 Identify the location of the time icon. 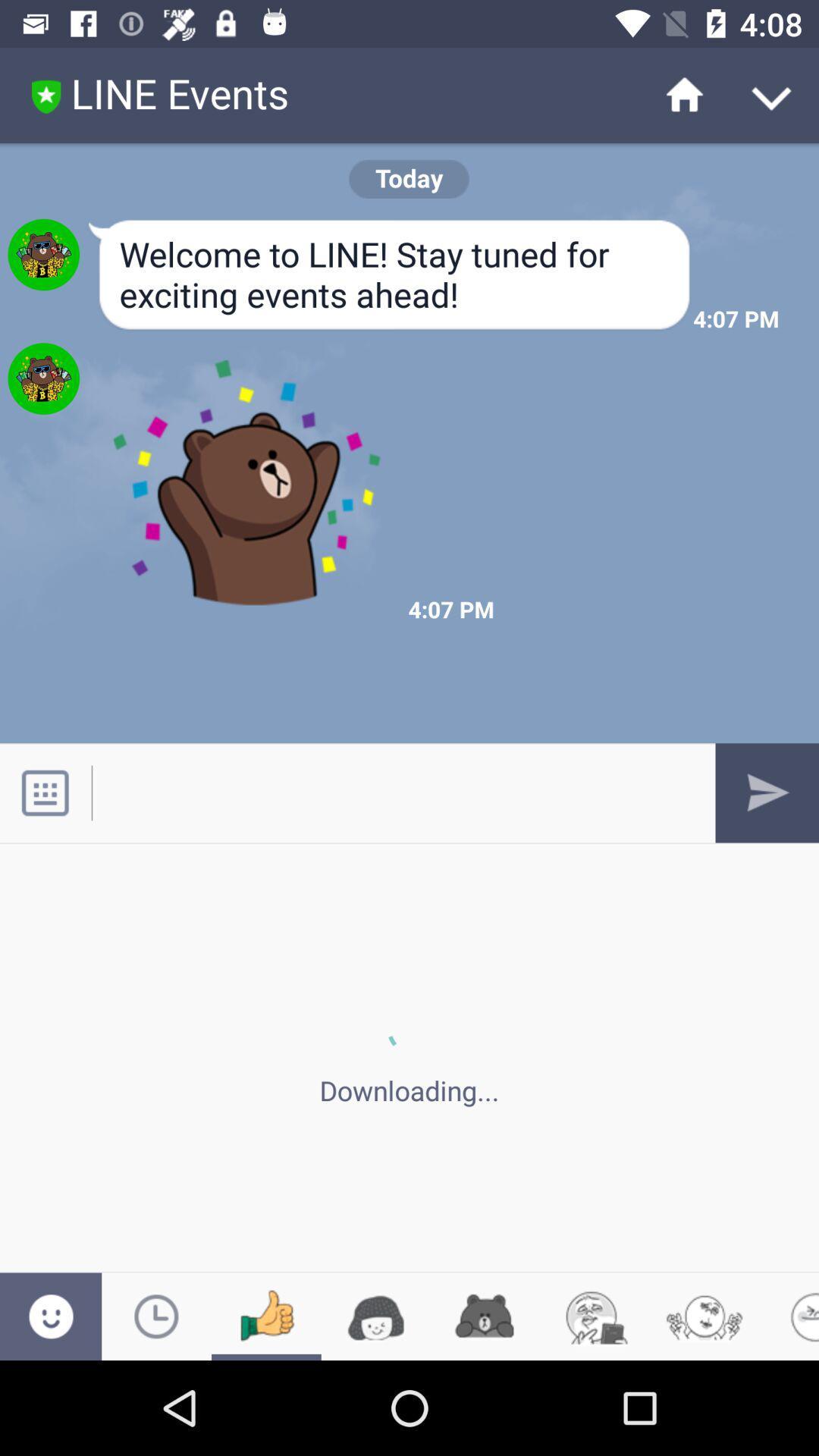
(156, 1316).